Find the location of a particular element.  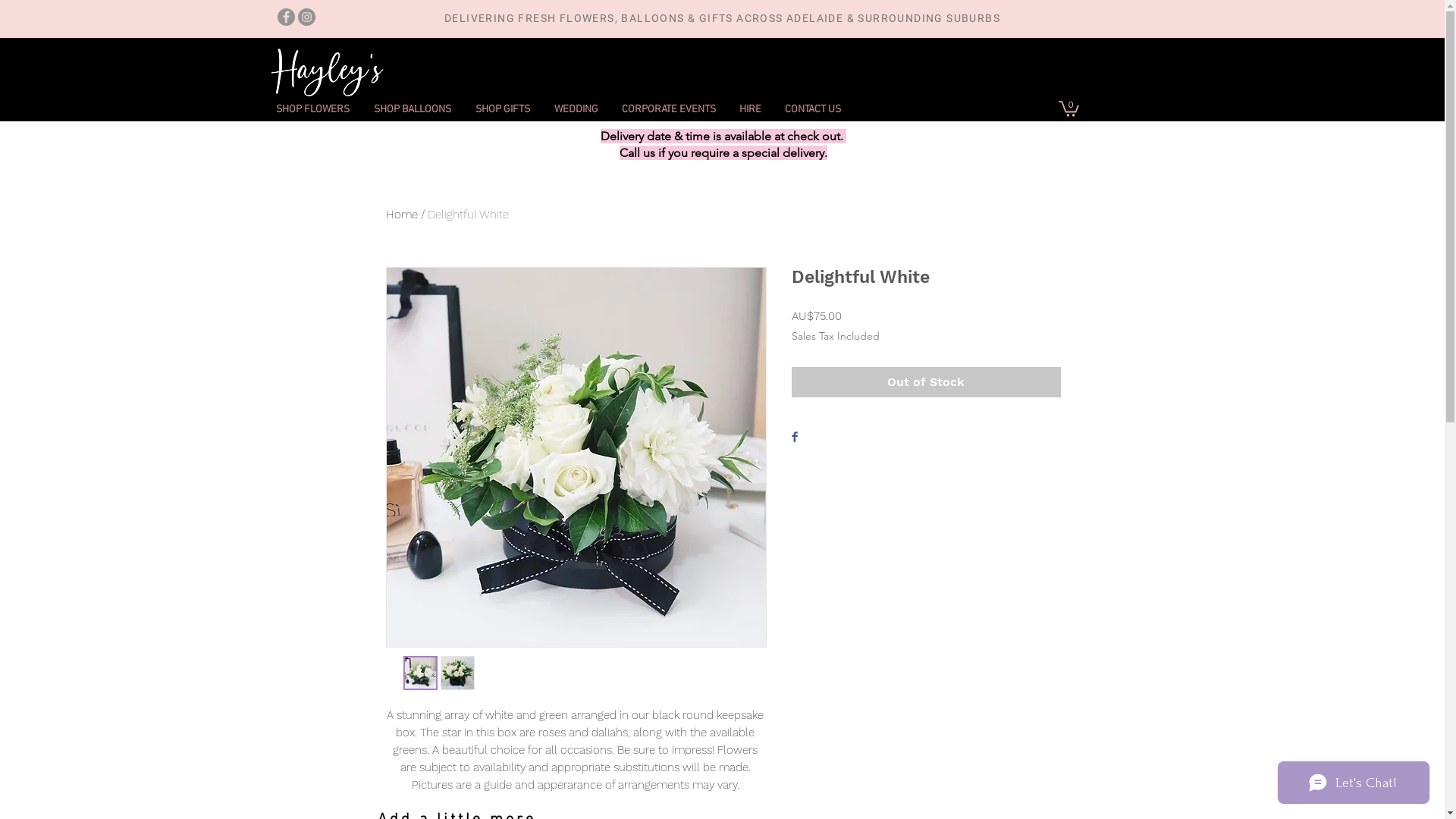

'WEDDING' is located at coordinates (541, 108).